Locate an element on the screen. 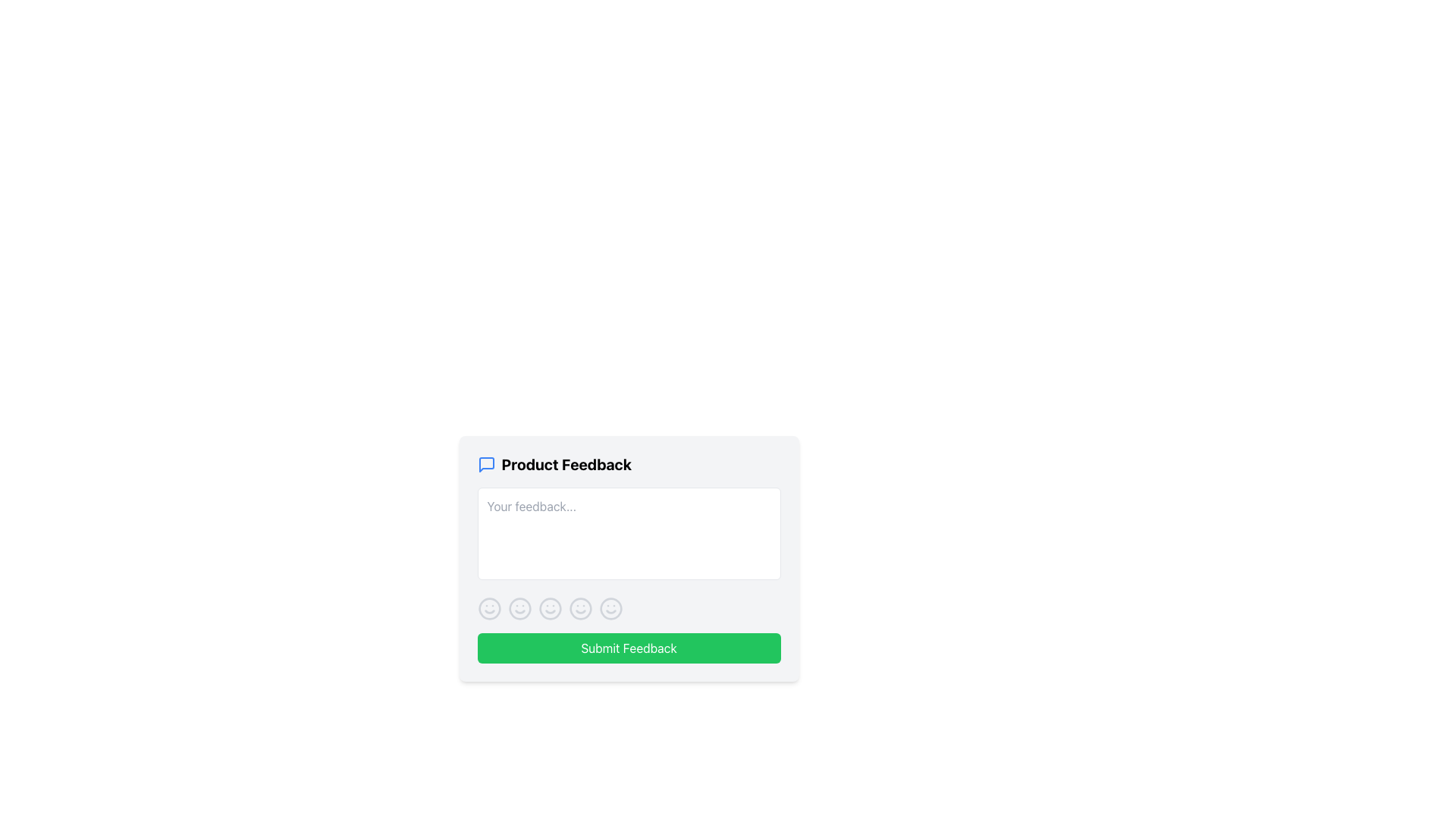 Image resolution: width=1456 pixels, height=819 pixels. blue speech bubble icon located to the left of the 'Product Feedback' text element is located at coordinates (486, 464).